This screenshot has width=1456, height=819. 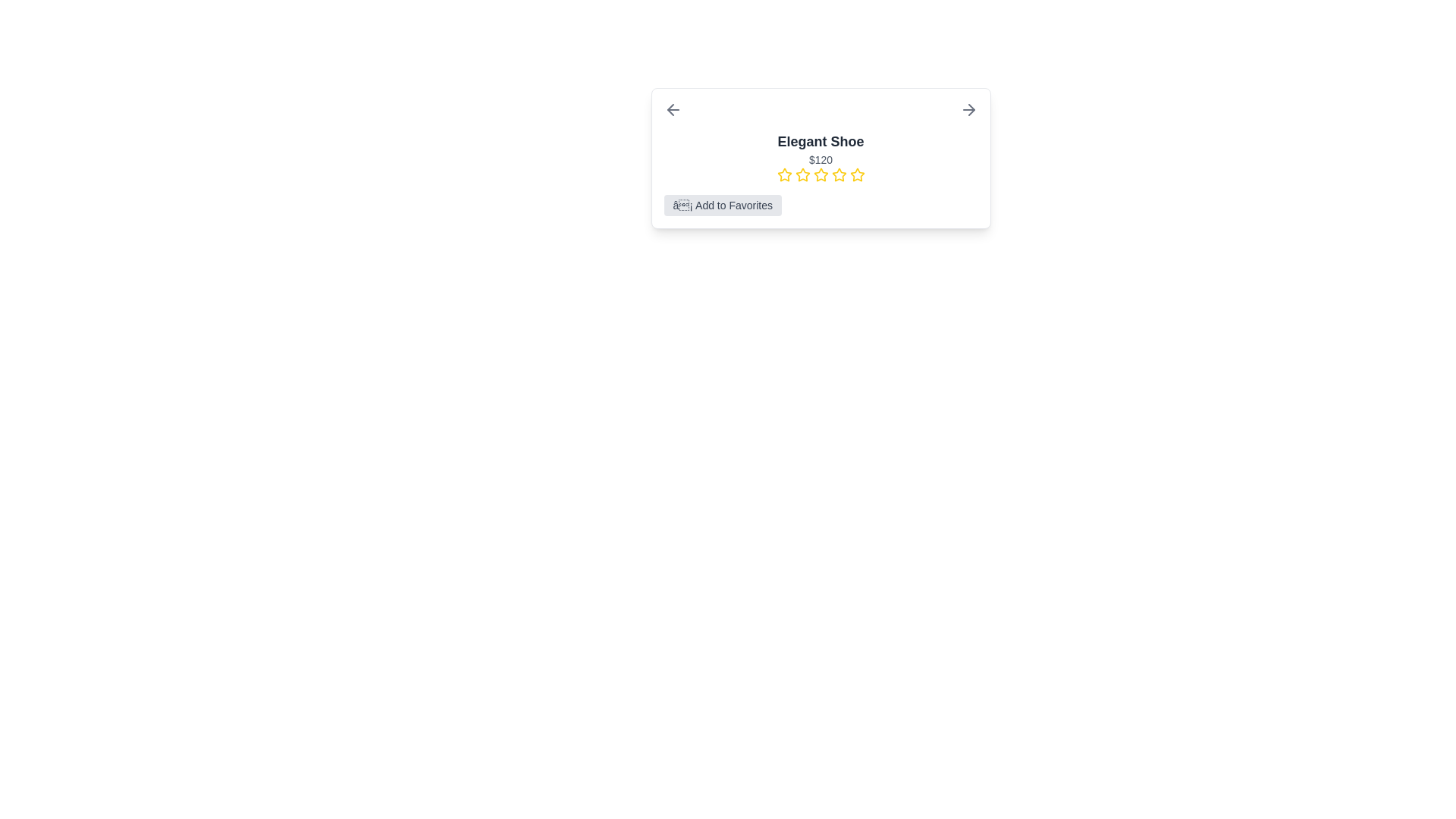 I want to click on the 'Add to Favorites' button with a light gray background, rounded edges, and heart icon, so click(x=722, y=205).